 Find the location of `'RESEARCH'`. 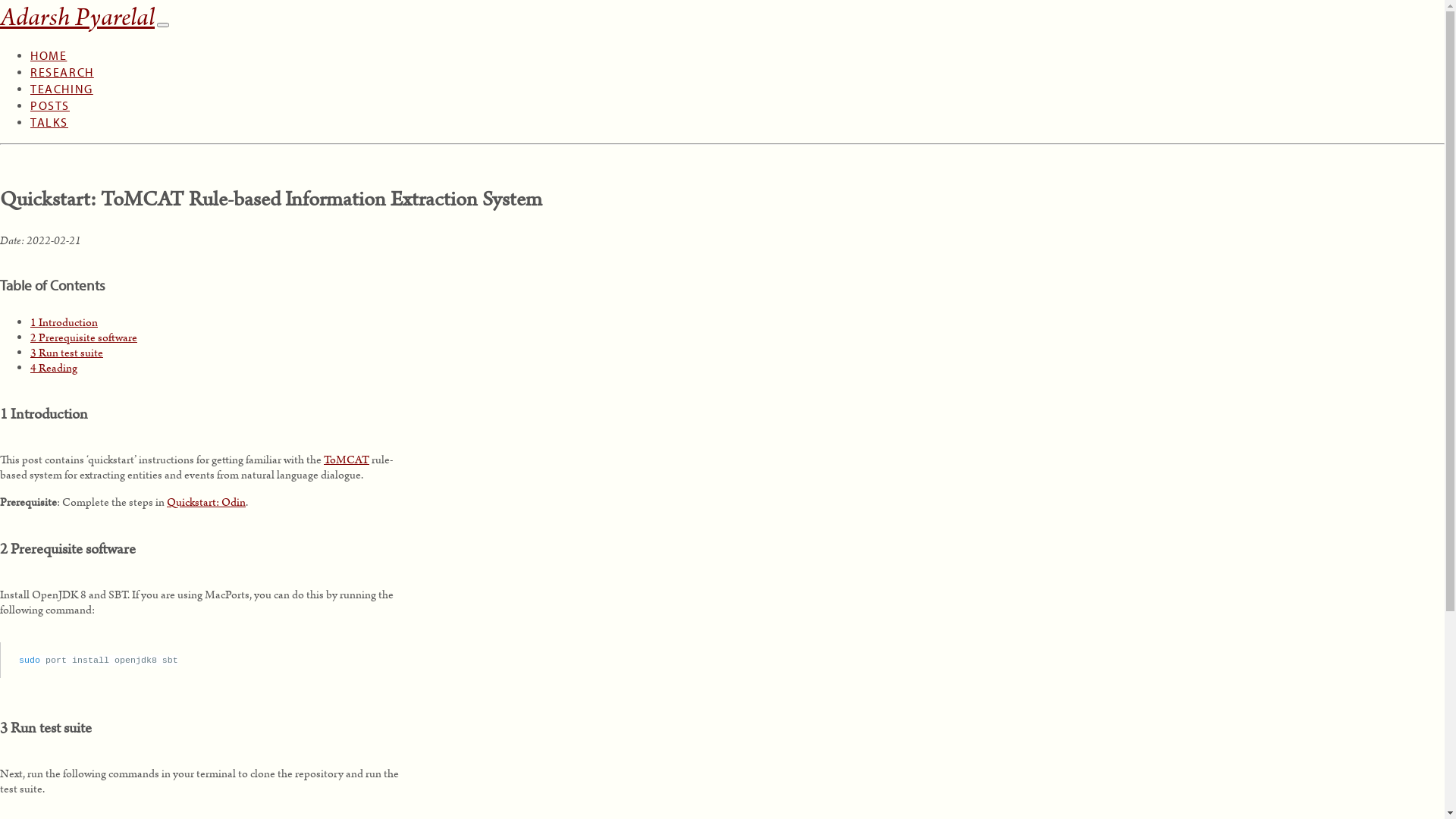

'RESEARCH' is located at coordinates (61, 58).